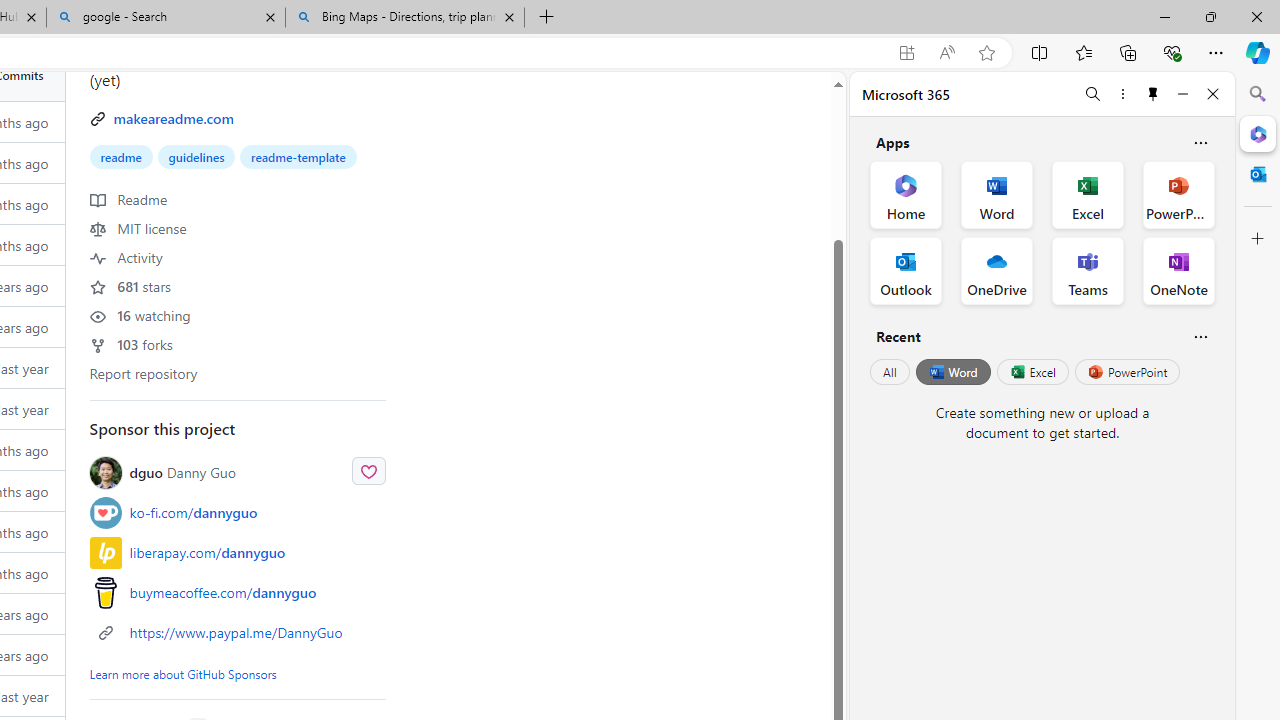 This screenshot has width=1280, height=720. I want to click on 'Unpin side pane', so click(1153, 93).